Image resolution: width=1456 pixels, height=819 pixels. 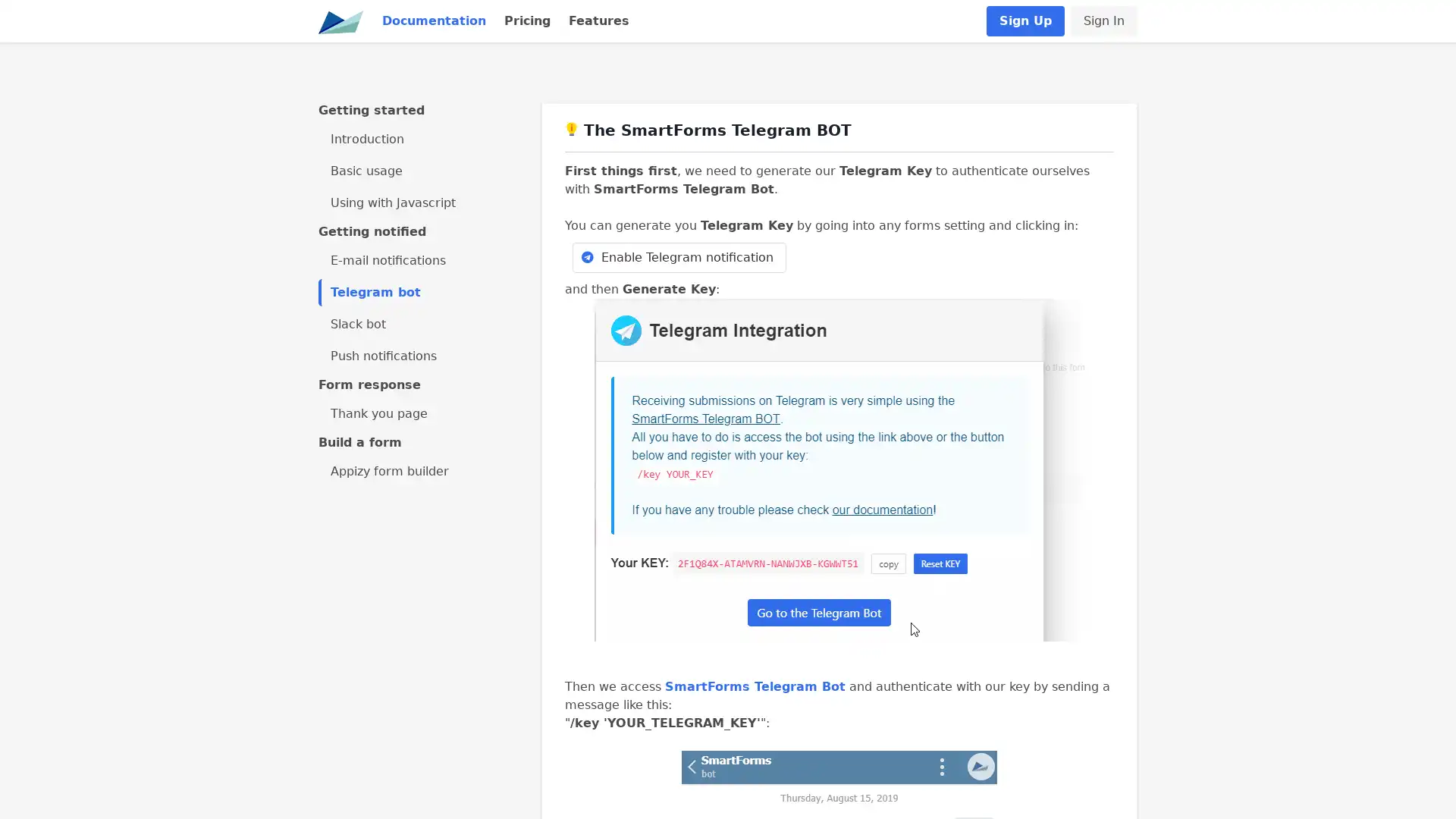 What do you see at coordinates (679, 256) in the screenshot?
I see `Enable Telegram notification` at bounding box center [679, 256].